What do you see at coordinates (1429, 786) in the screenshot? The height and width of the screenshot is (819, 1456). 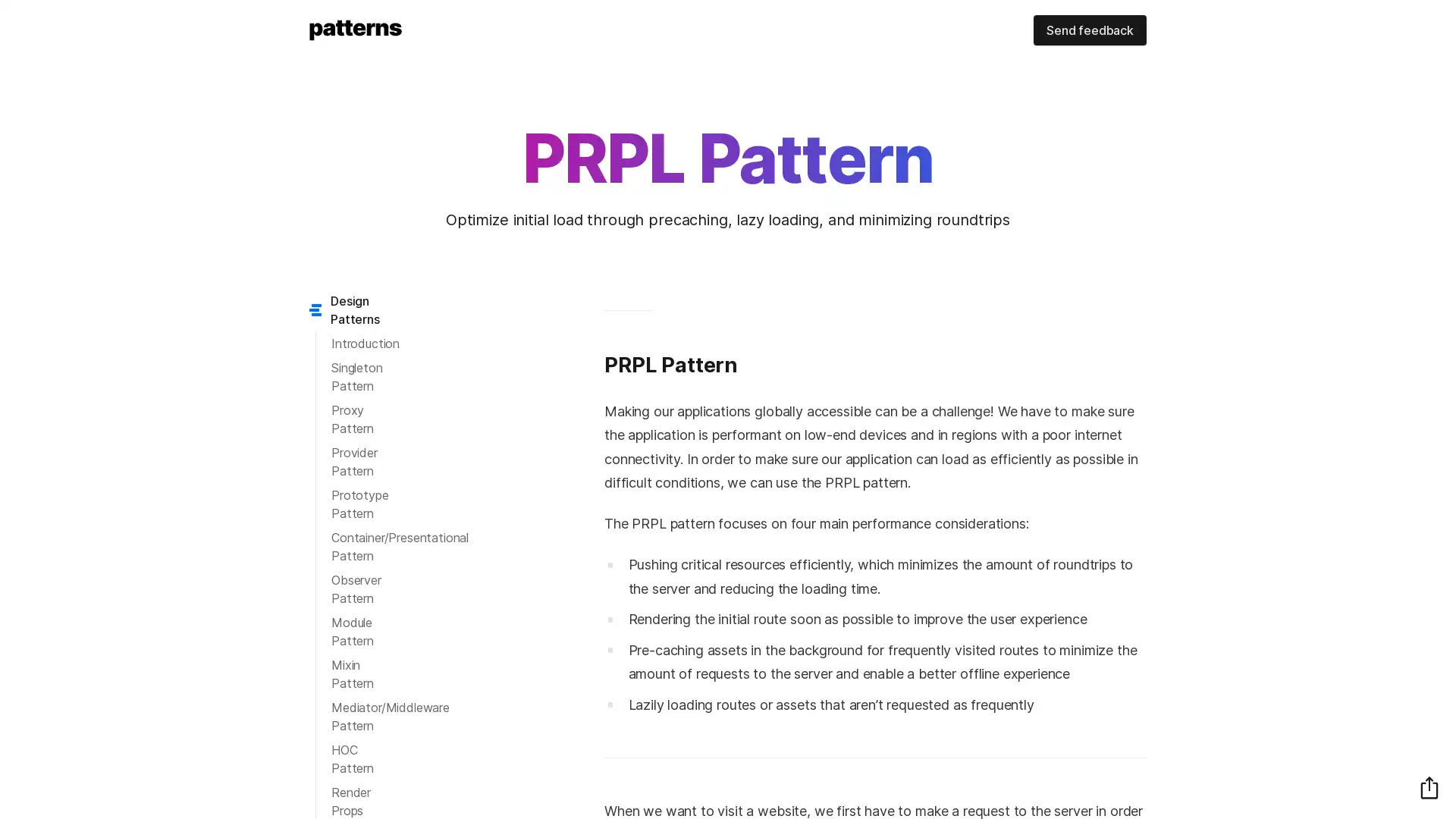 I see `Share` at bounding box center [1429, 786].